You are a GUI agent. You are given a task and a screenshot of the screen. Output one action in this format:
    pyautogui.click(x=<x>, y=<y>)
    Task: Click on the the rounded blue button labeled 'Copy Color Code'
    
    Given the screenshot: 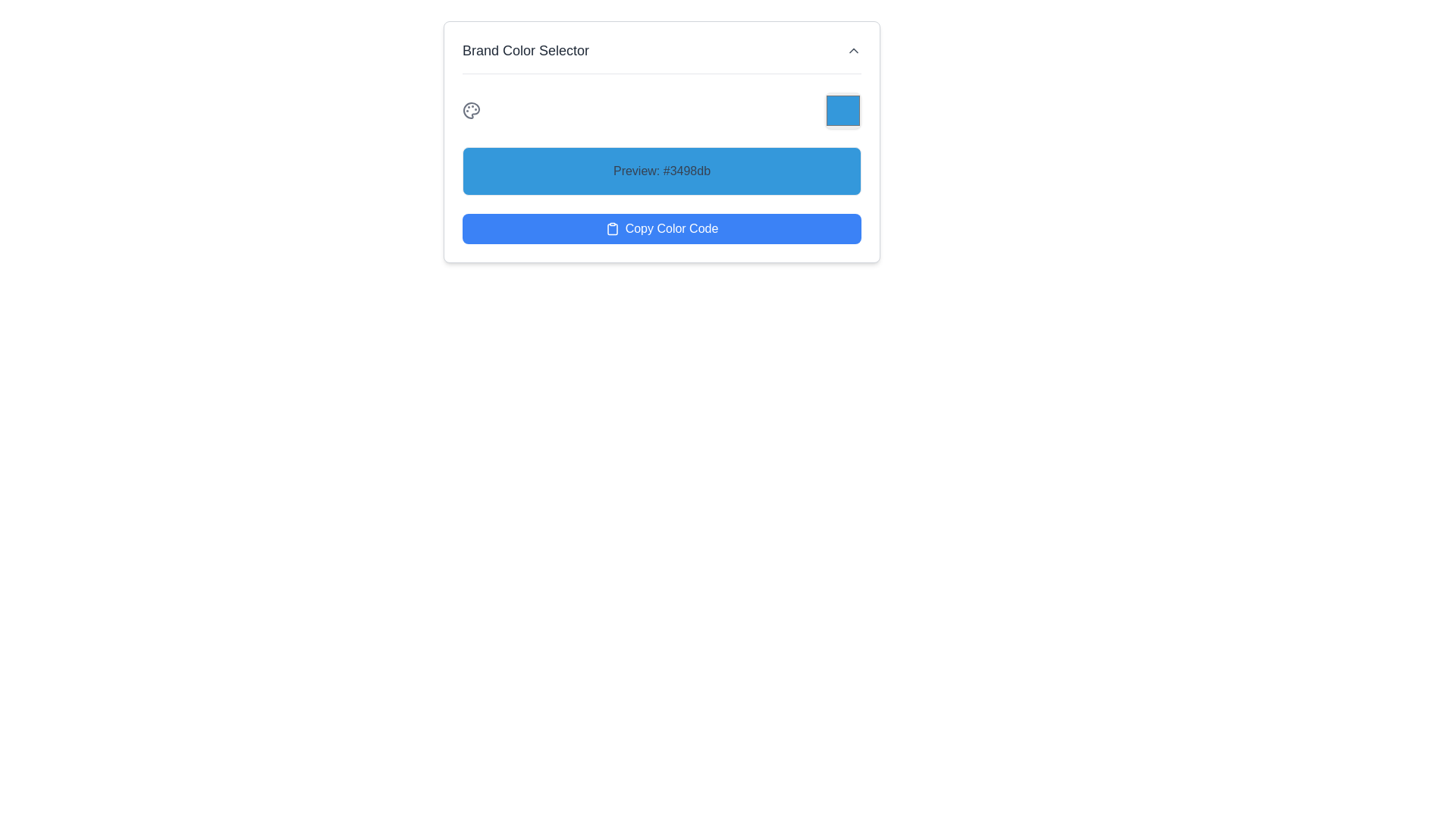 What is the action you would take?
    pyautogui.click(x=662, y=228)
    